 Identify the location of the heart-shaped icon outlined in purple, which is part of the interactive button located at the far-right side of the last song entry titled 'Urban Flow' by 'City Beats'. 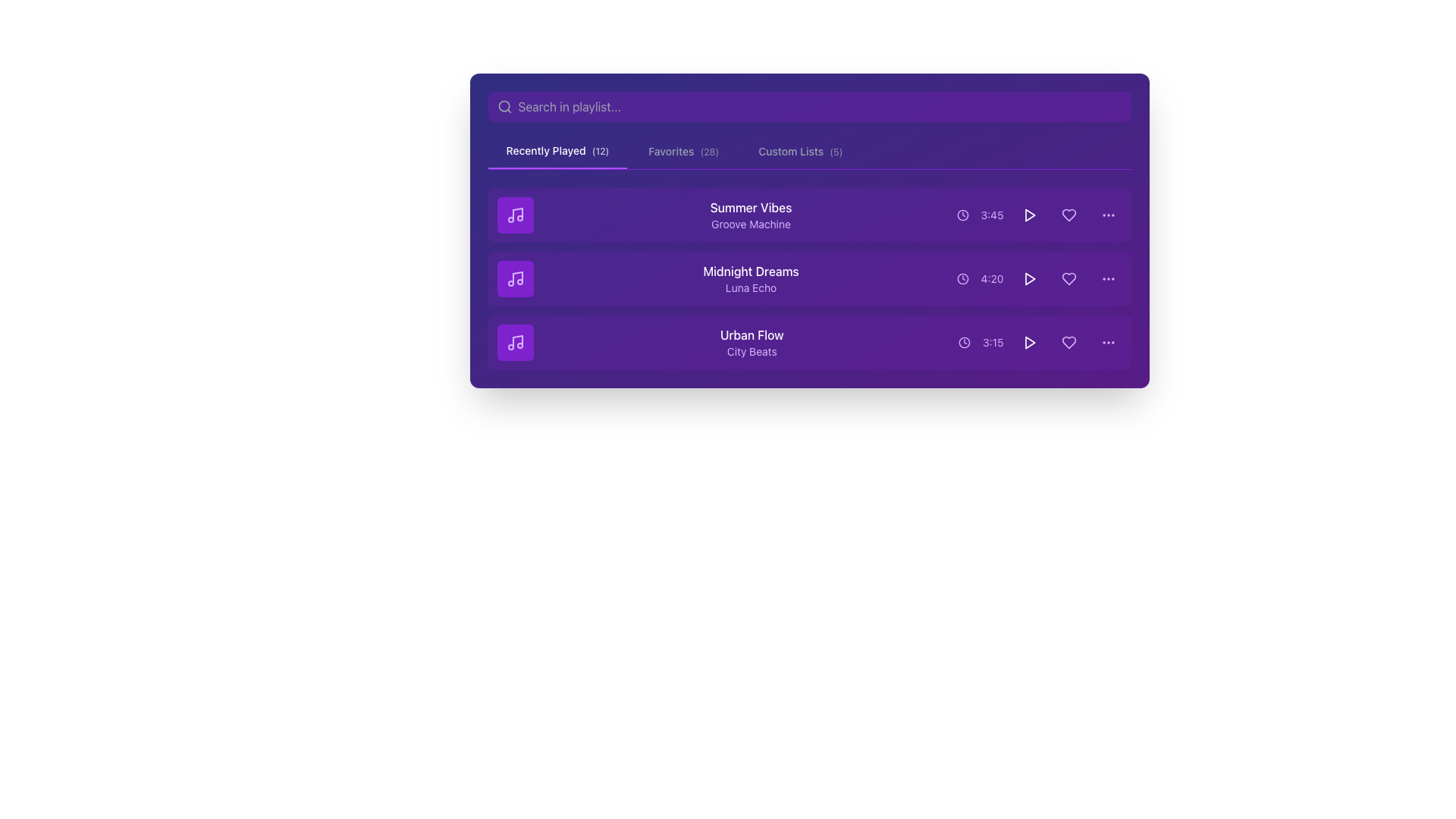
(1068, 342).